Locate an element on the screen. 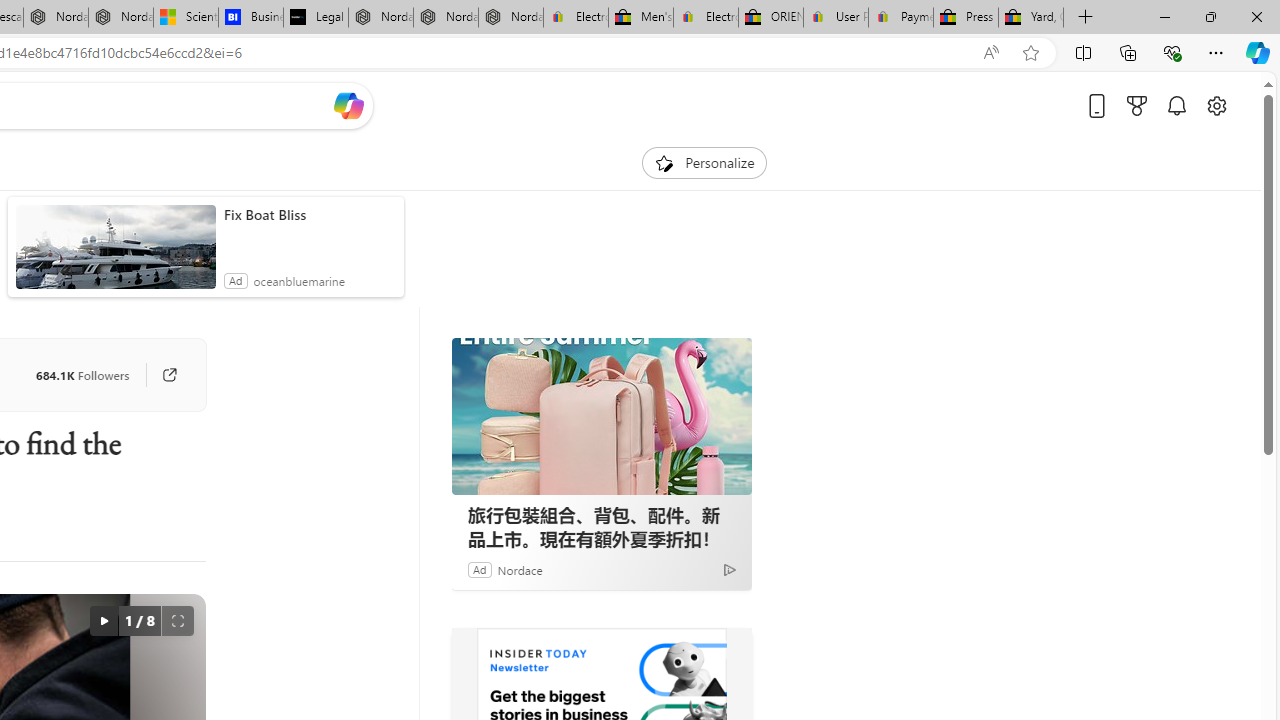 Image resolution: width=1280 pixels, height=720 pixels. 'anim-content' is located at coordinates (114, 254).